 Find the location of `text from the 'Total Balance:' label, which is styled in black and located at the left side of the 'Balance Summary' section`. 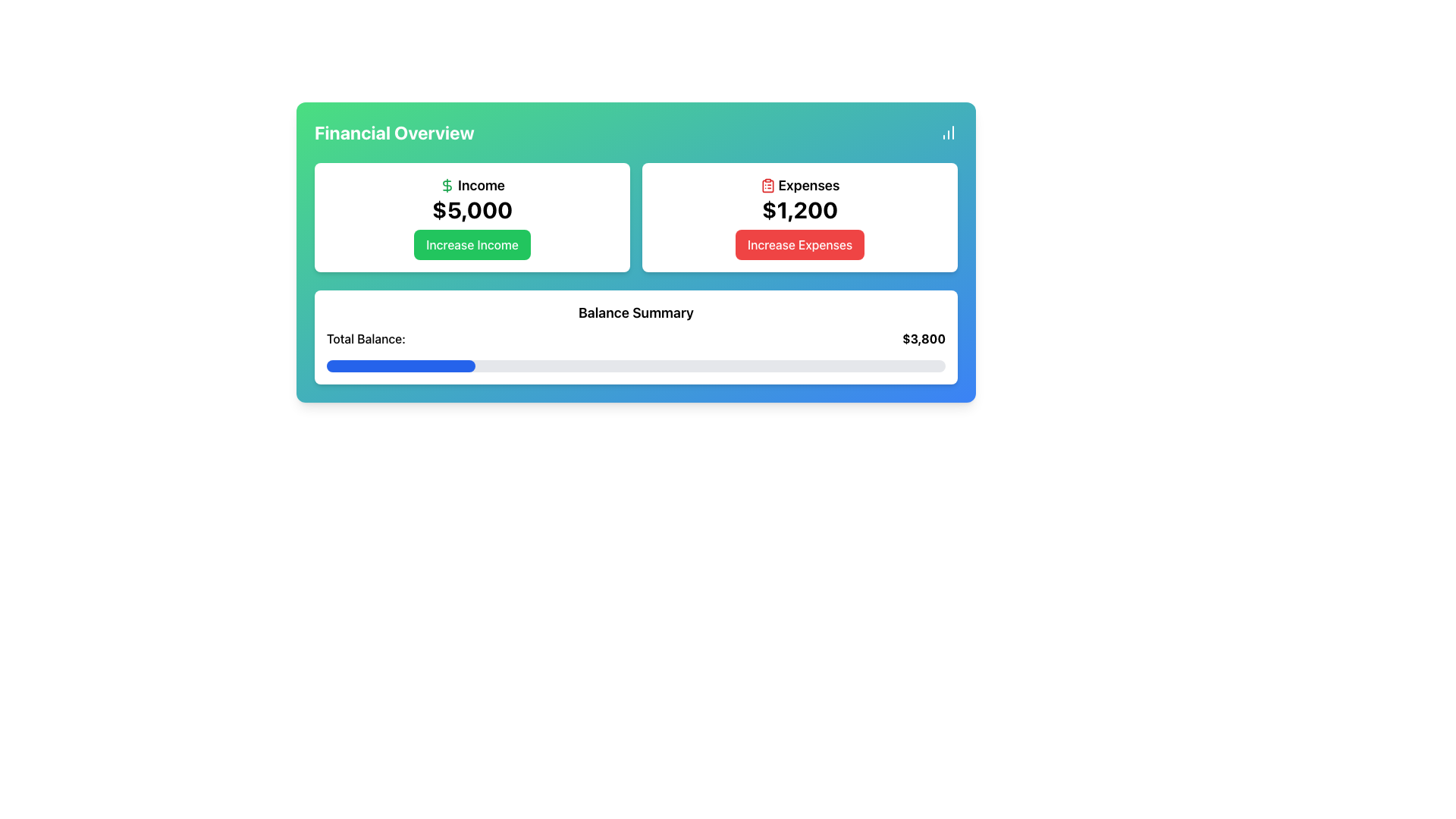

text from the 'Total Balance:' label, which is styled in black and located at the left side of the 'Balance Summary' section is located at coordinates (366, 338).